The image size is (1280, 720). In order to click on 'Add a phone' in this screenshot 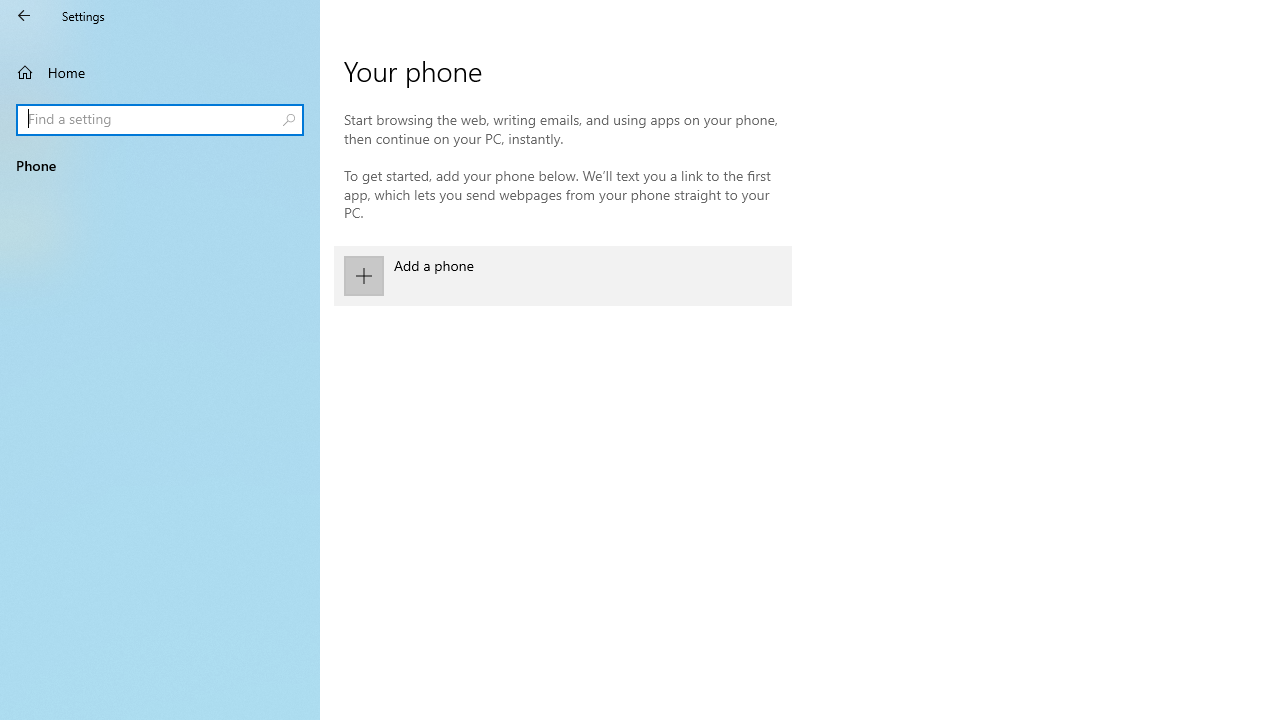, I will do `click(562, 276)`.